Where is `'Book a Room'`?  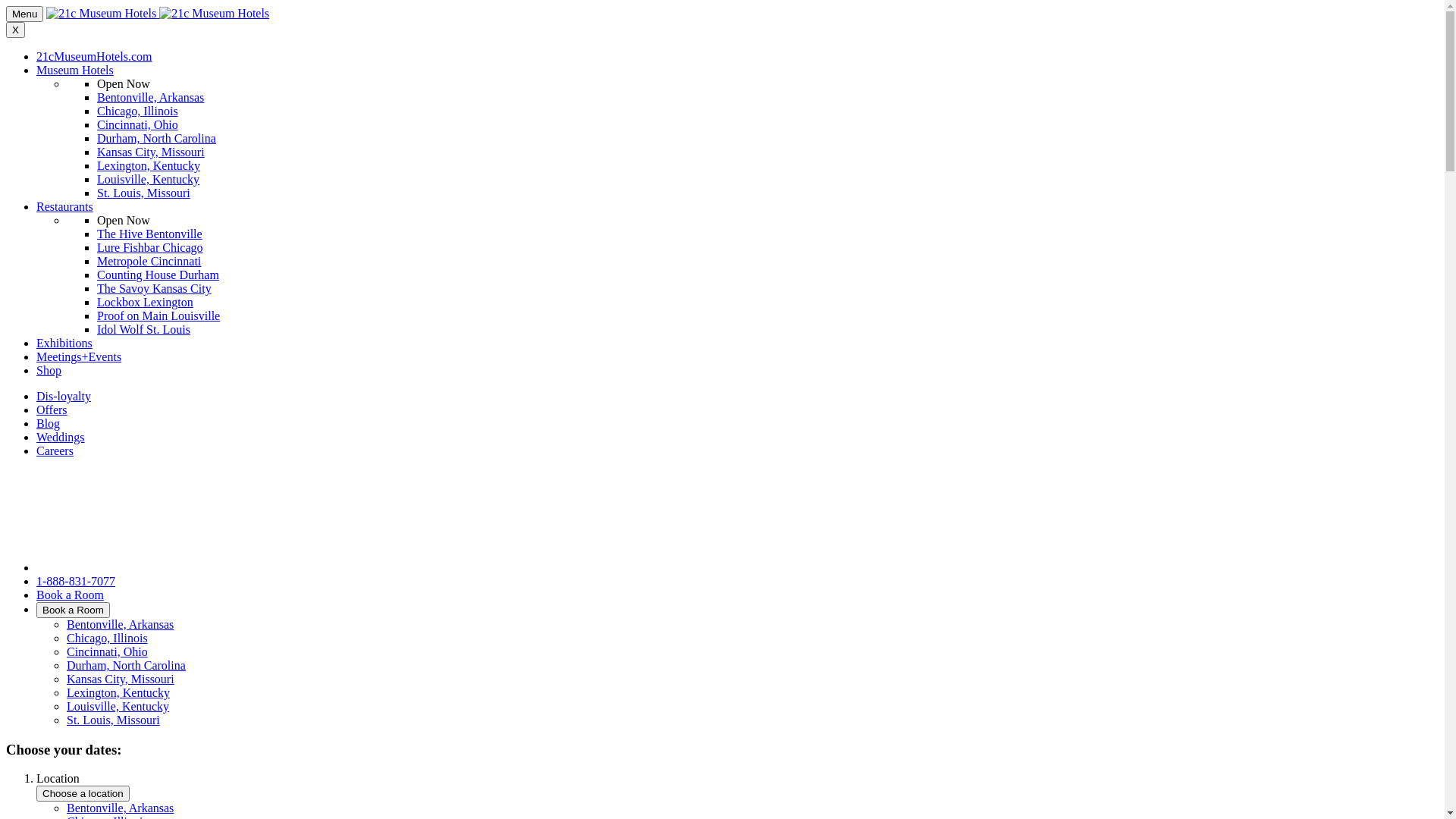 'Book a Room' is located at coordinates (72, 609).